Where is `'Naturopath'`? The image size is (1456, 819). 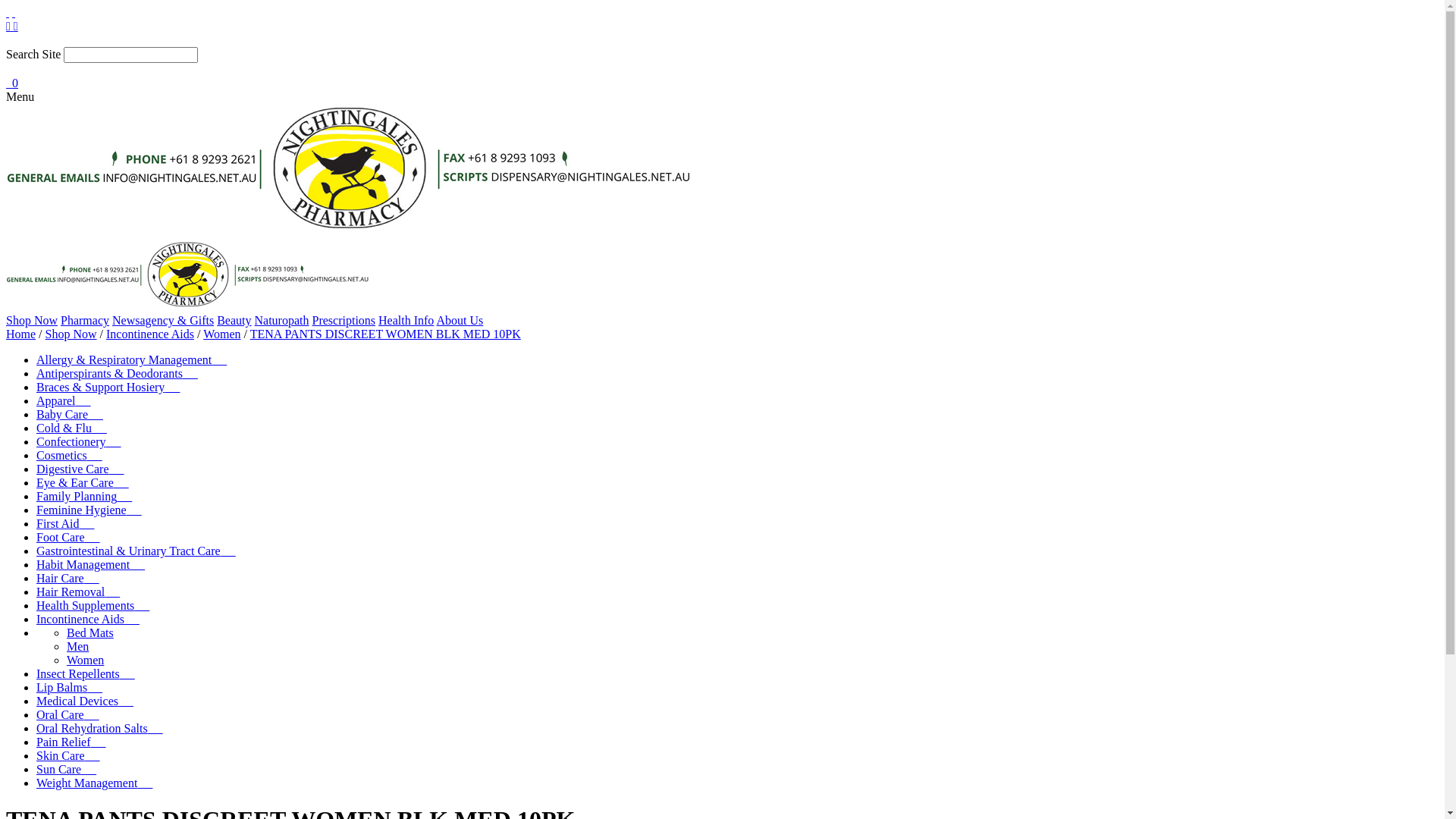 'Naturopath' is located at coordinates (281, 319).